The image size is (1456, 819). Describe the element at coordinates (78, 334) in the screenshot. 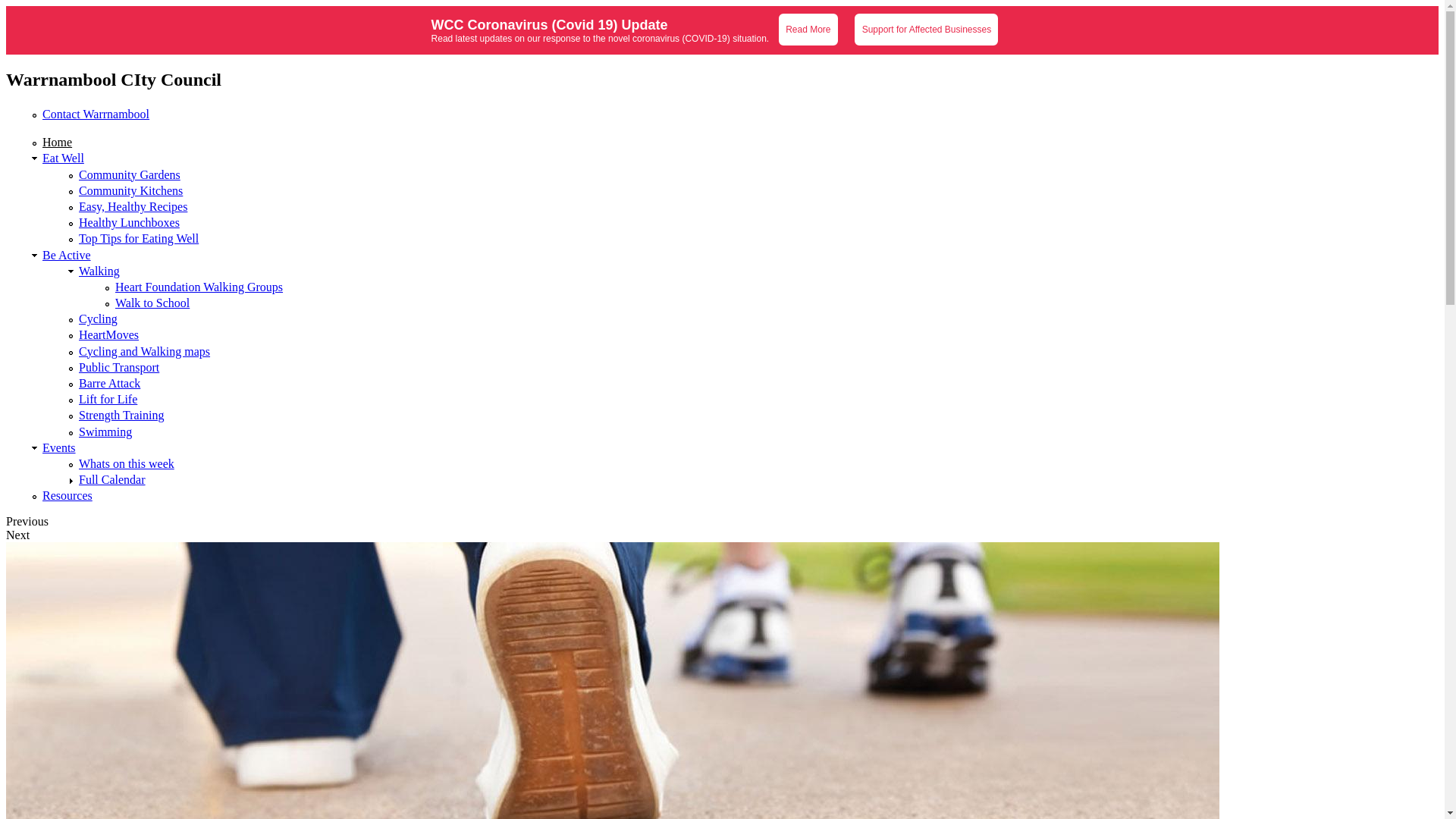

I see `'HeartMoves'` at that location.